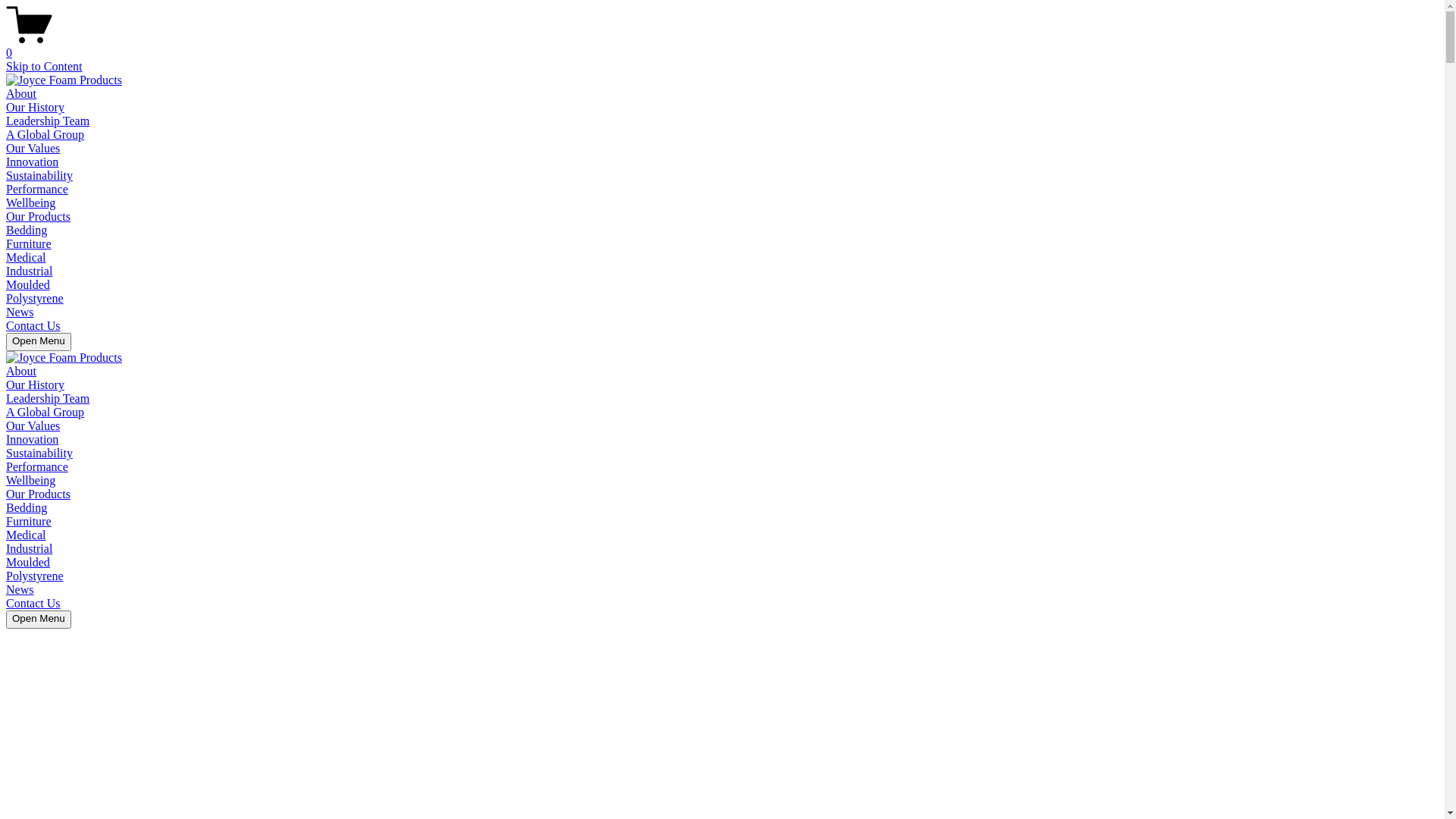  What do you see at coordinates (6, 325) in the screenshot?
I see `'Contact Us'` at bounding box center [6, 325].